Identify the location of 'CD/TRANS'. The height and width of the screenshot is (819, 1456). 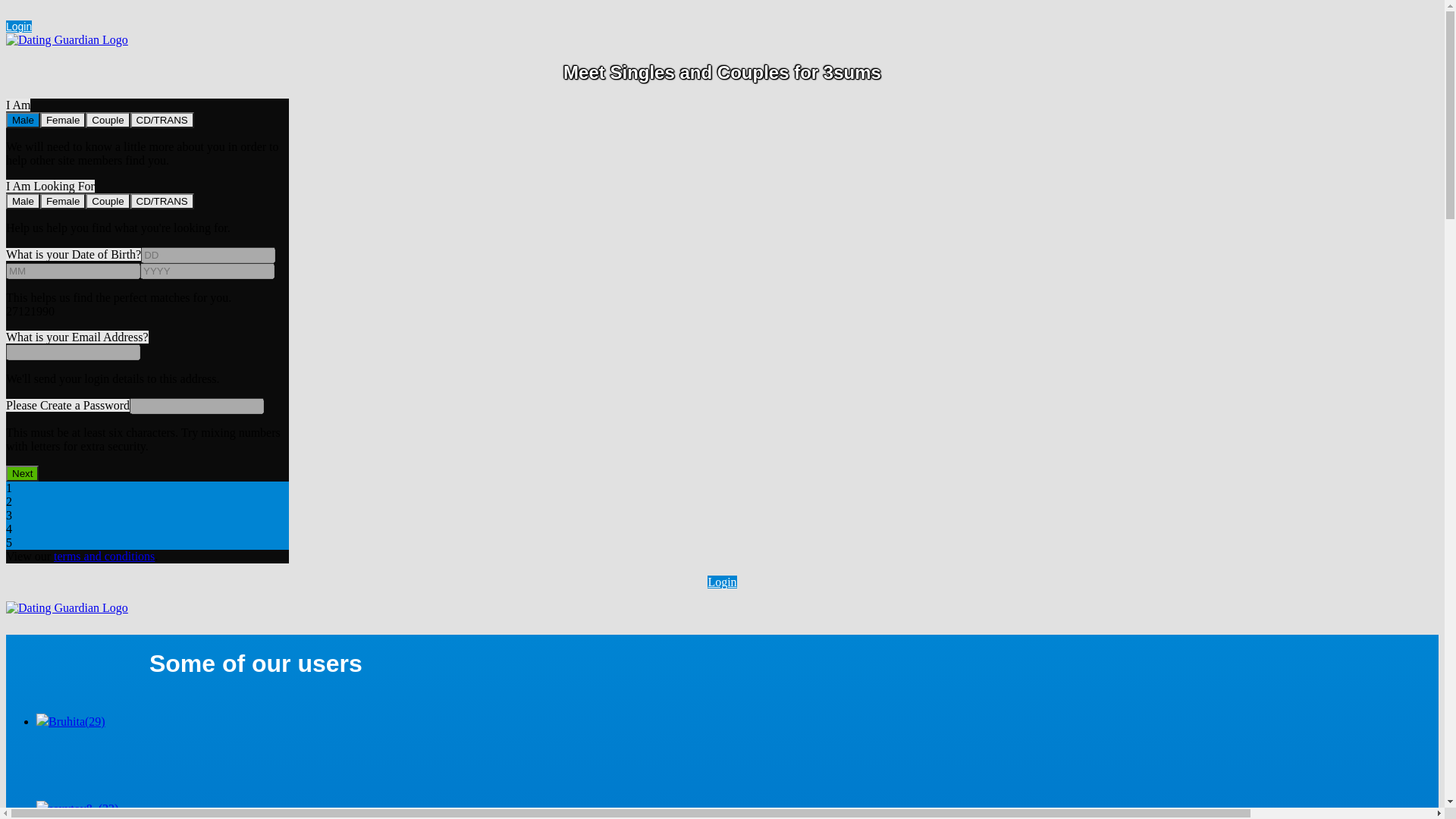
(130, 200).